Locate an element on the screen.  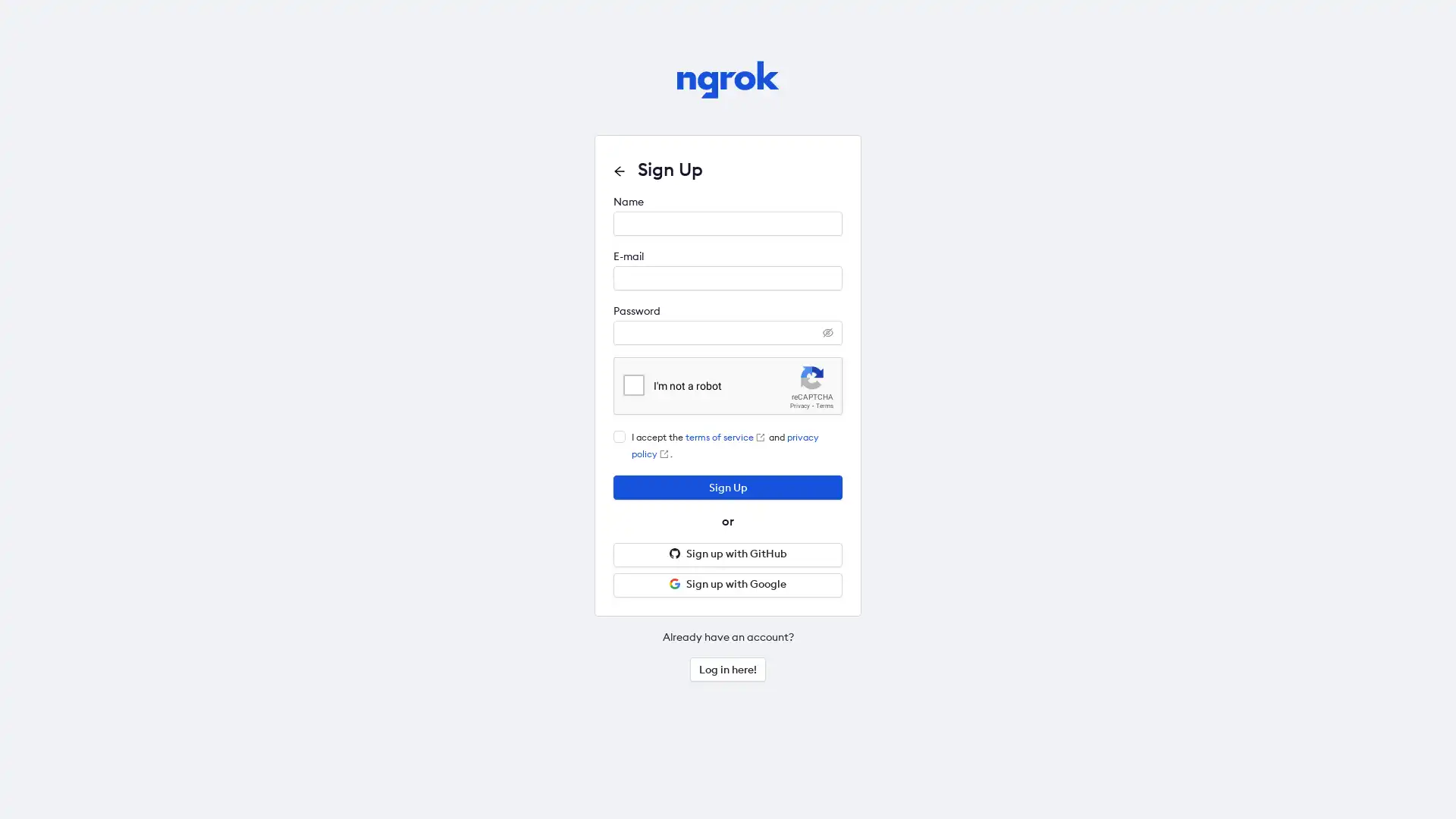
Back is located at coordinates (619, 171).